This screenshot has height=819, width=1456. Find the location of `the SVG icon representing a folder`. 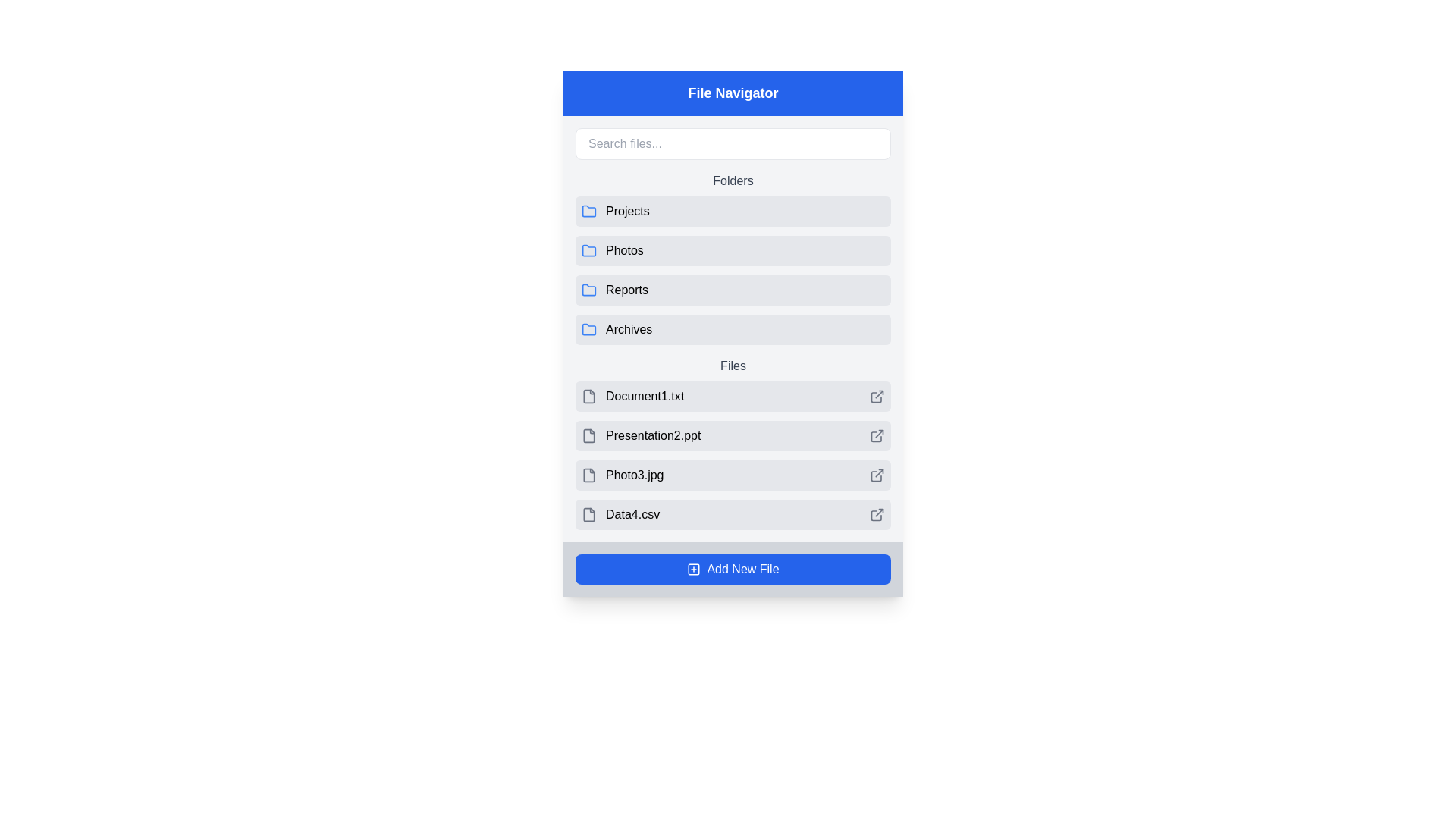

the SVG icon representing a folder is located at coordinates (588, 250).